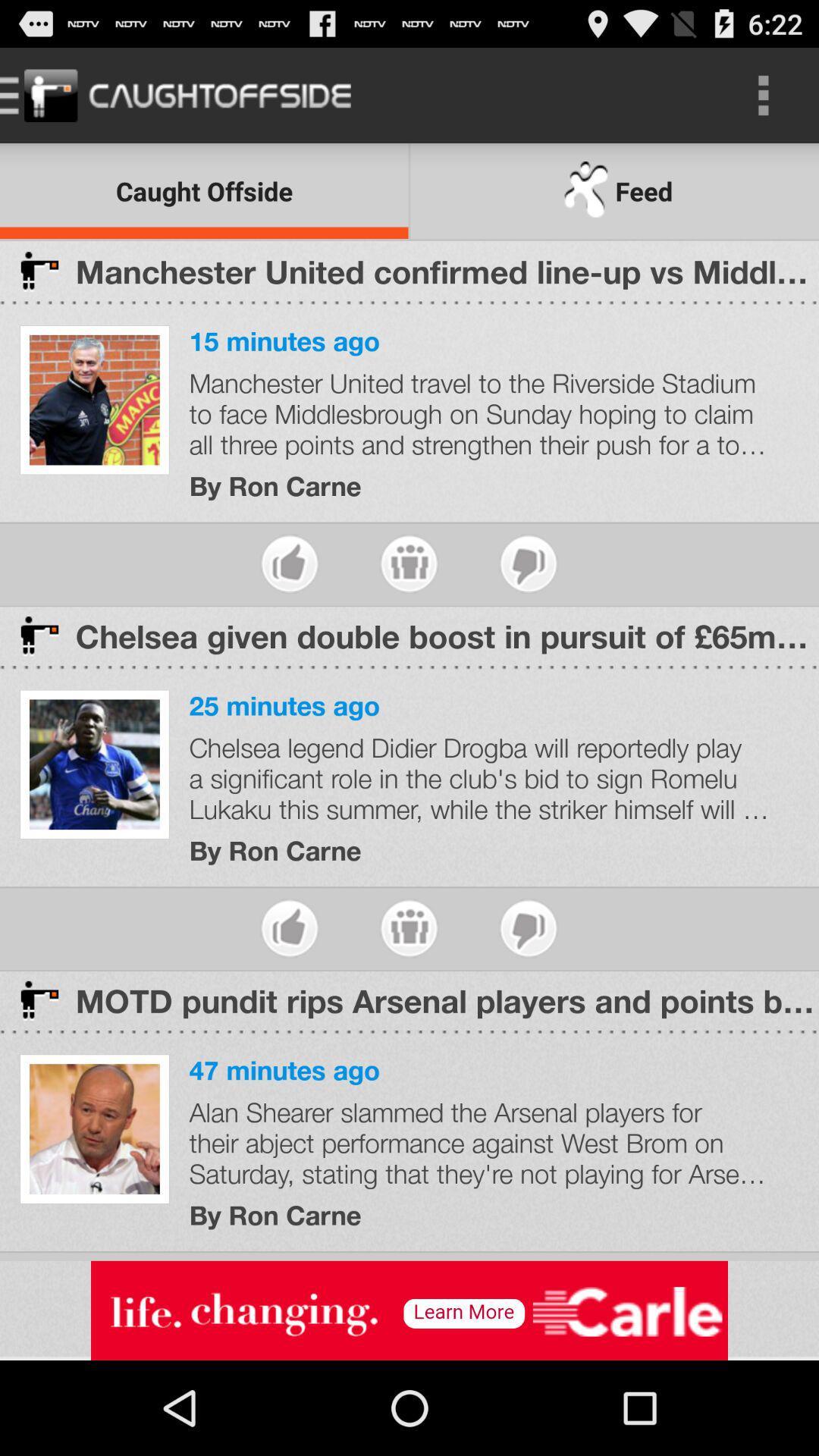  Describe the element at coordinates (409, 1310) in the screenshot. I see `advertisement` at that location.